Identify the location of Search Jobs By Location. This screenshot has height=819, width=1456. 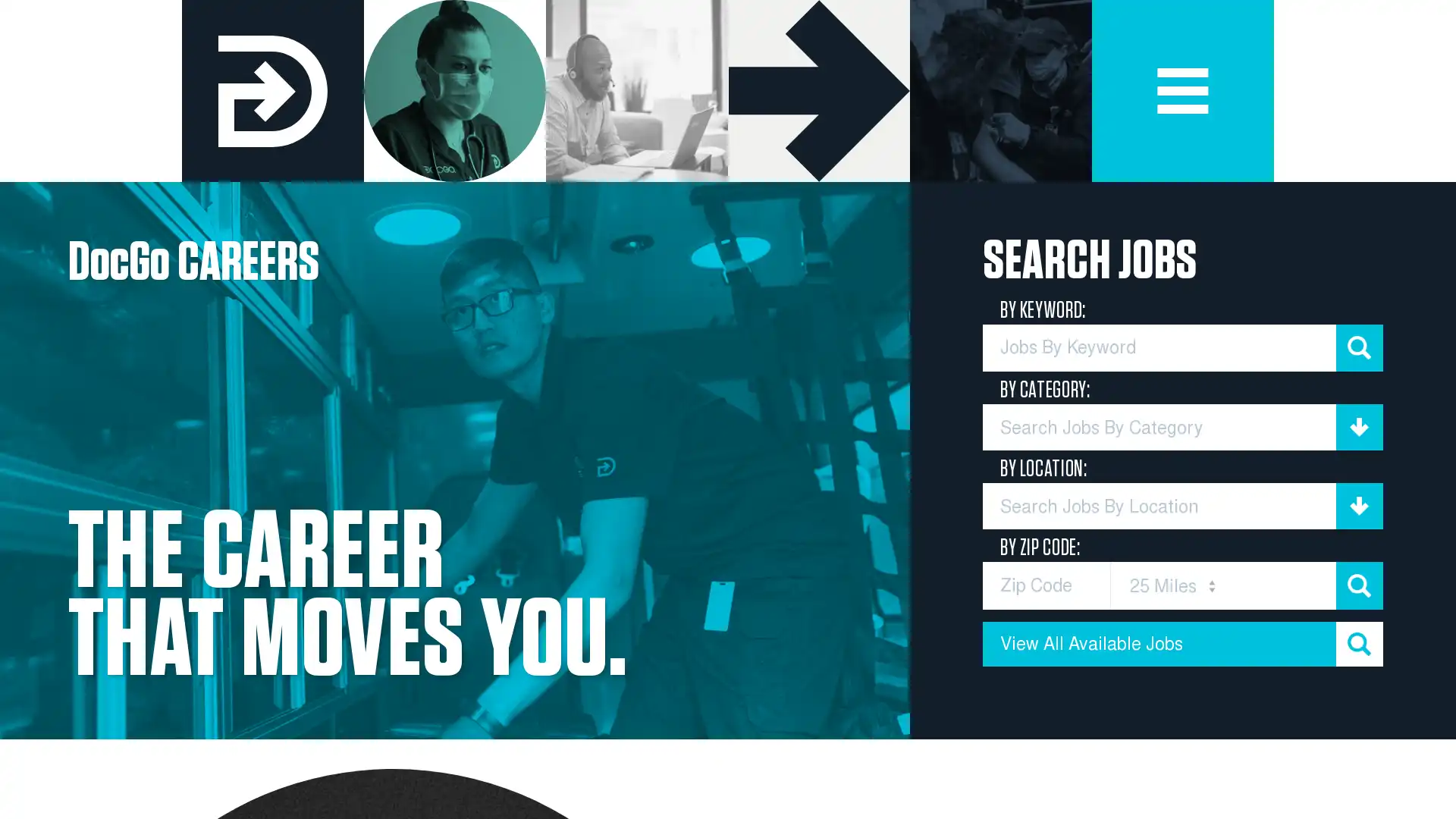
(1182, 506).